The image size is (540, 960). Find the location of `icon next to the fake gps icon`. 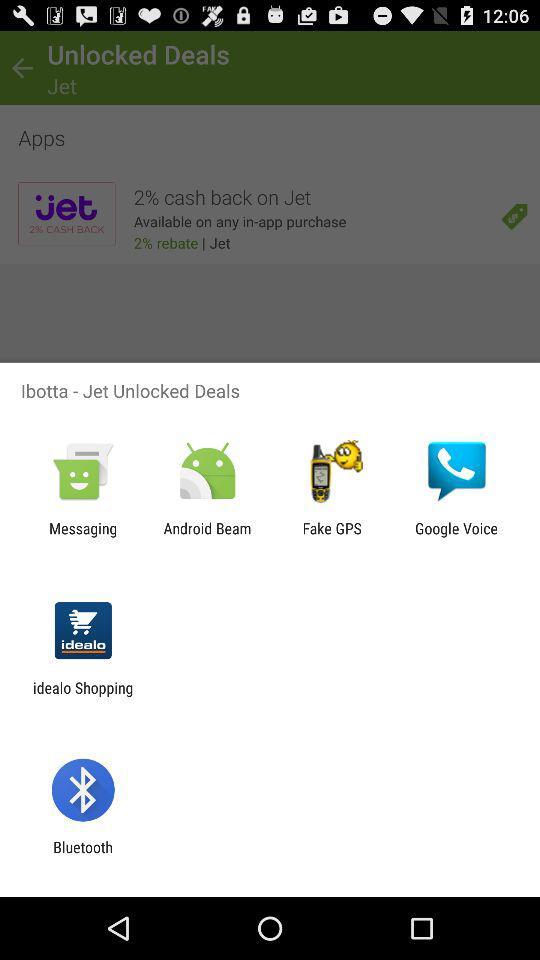

icon next to the fake gps icon is located at coordinates (456, 536).